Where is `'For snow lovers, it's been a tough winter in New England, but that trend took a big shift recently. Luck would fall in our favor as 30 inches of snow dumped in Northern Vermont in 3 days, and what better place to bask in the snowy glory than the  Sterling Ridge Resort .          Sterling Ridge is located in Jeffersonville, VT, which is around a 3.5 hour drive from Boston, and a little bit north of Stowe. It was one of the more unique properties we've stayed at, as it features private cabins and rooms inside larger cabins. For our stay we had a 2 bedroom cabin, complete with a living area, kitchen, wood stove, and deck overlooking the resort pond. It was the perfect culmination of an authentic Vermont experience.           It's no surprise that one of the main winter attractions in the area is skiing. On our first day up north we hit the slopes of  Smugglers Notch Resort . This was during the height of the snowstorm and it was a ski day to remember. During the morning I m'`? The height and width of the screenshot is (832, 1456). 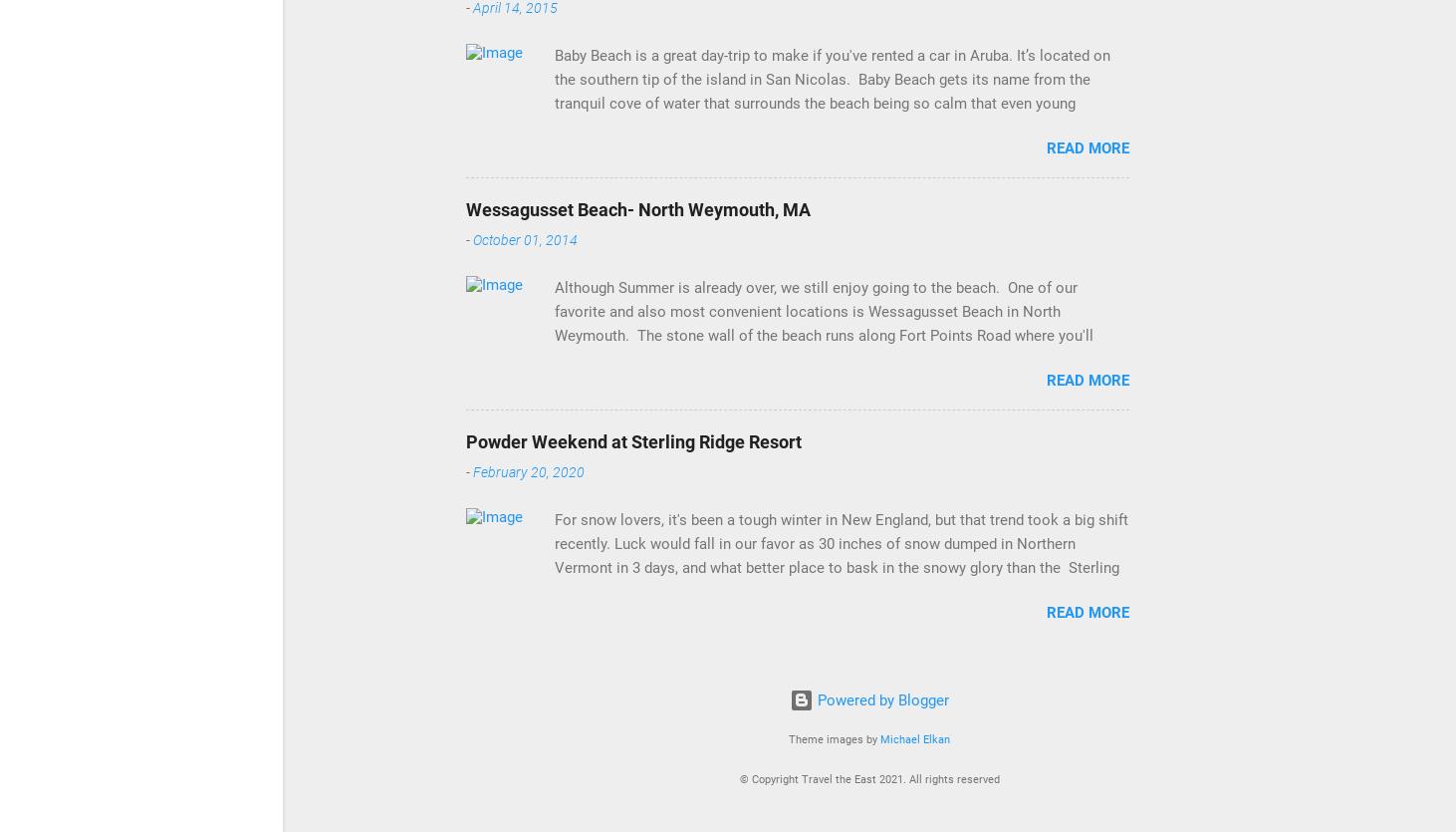
'For snow lovers, it's been a tough winter in New England, but that trend took a big shift recently. Luck would fall in our favor as 30 inches of snow dumped in Northern Vermont in 3 days, and what better place to bask in the snowy glory than the  Sterling Ridge Resort .          Sterling Ridge is located in Jeffersonville, VT, which is around a 3.5 hour drive from Boston, and a little bit north of Stowe. It was one of the more unique properties we've stayed at, as it features private cabins and rooms inside larger cabins. For our stay we had a 2 bedroom cabin, complete with a living area, kitchen, wood stove, and deck overlooking the resort pond. It was the perfect culmination of an authentic Vermont experience.           It's no surprise that one of the main winter attractions in the area is skiing. On our first day up north we hit the slopes of  Smugglers Notch Resort . This was during the height of the snowstorm and it was a ski day to remember. During the morning I m' is located at coordinates (554, 650).